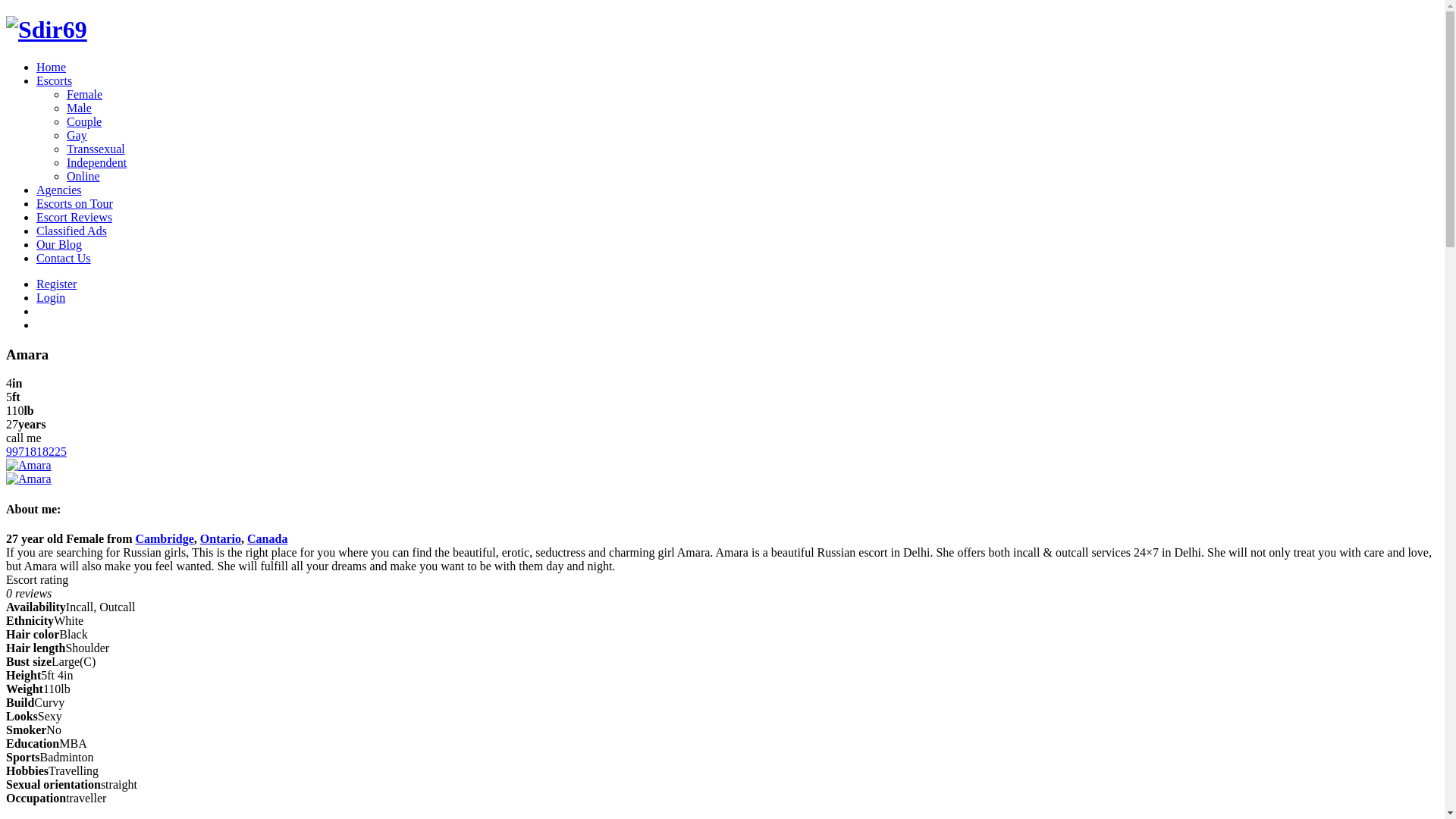  What do you see at coordinates (51, 66) in the screenshot?
I see `'Home'` at bounding box center [51, 66].